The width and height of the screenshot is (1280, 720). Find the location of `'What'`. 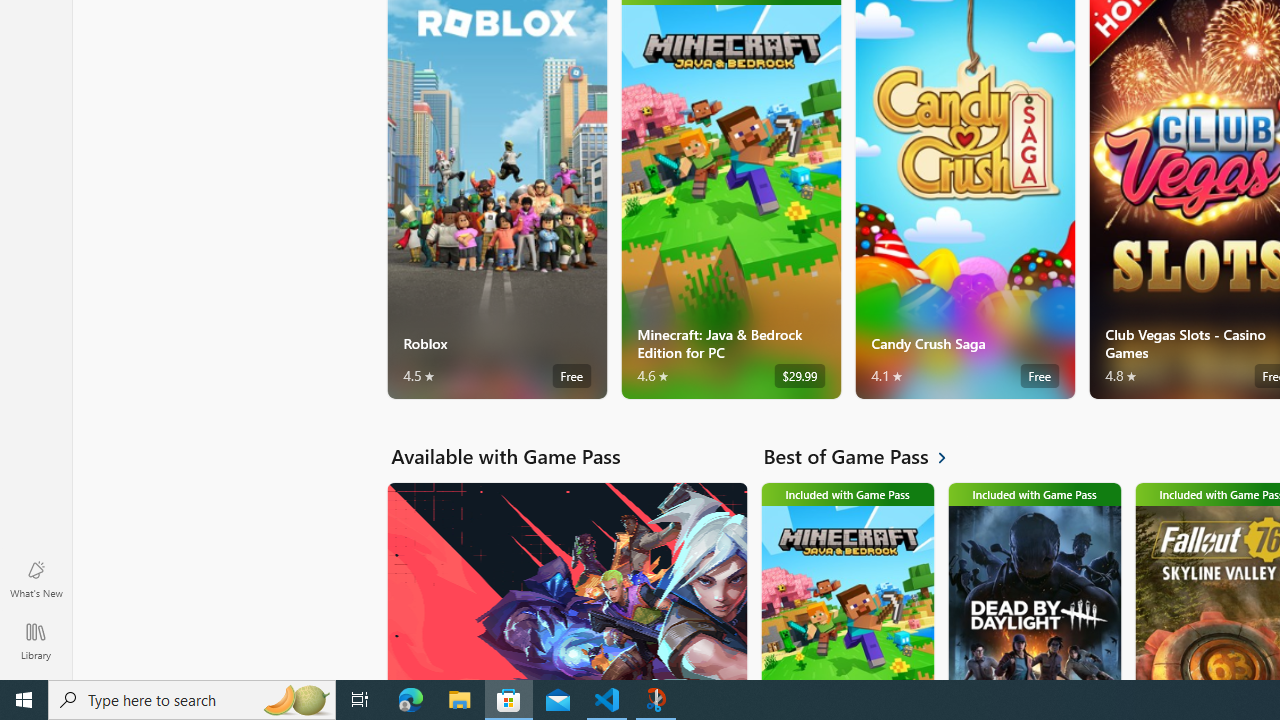

'What' is located at coordinates (35, 578).